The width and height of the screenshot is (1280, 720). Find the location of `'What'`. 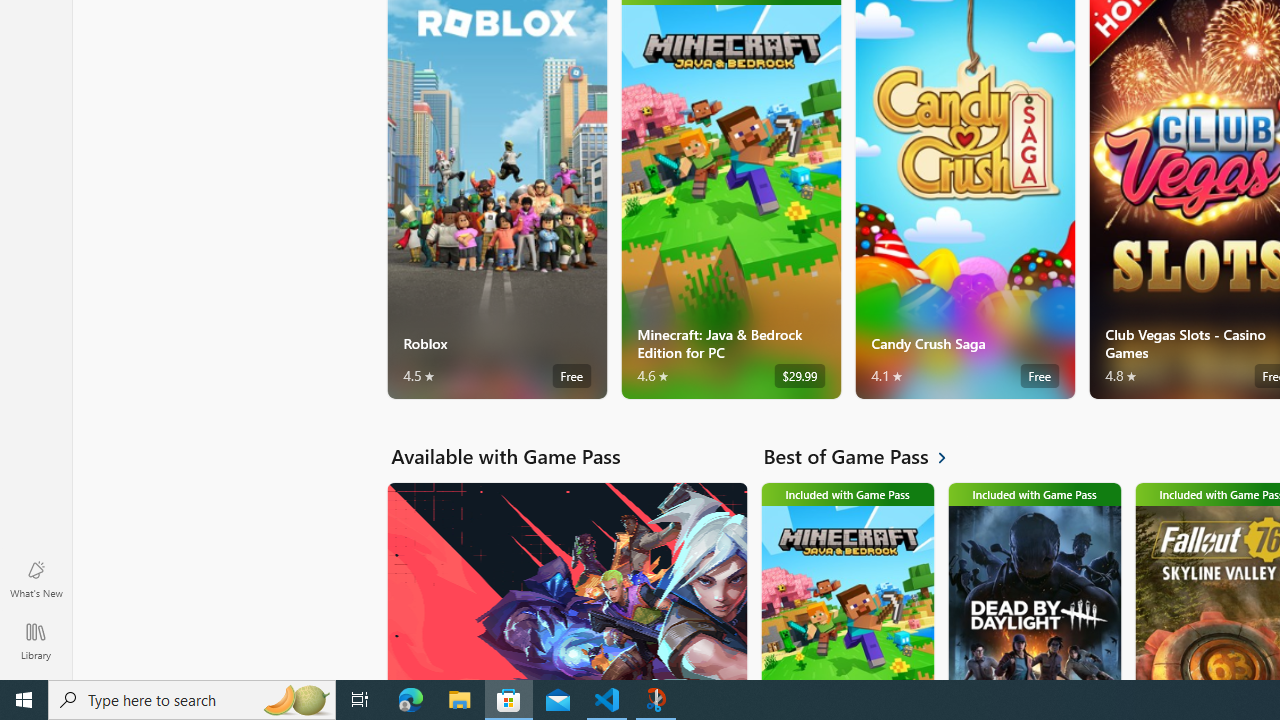

'What' is located at coordinates (35, 578).